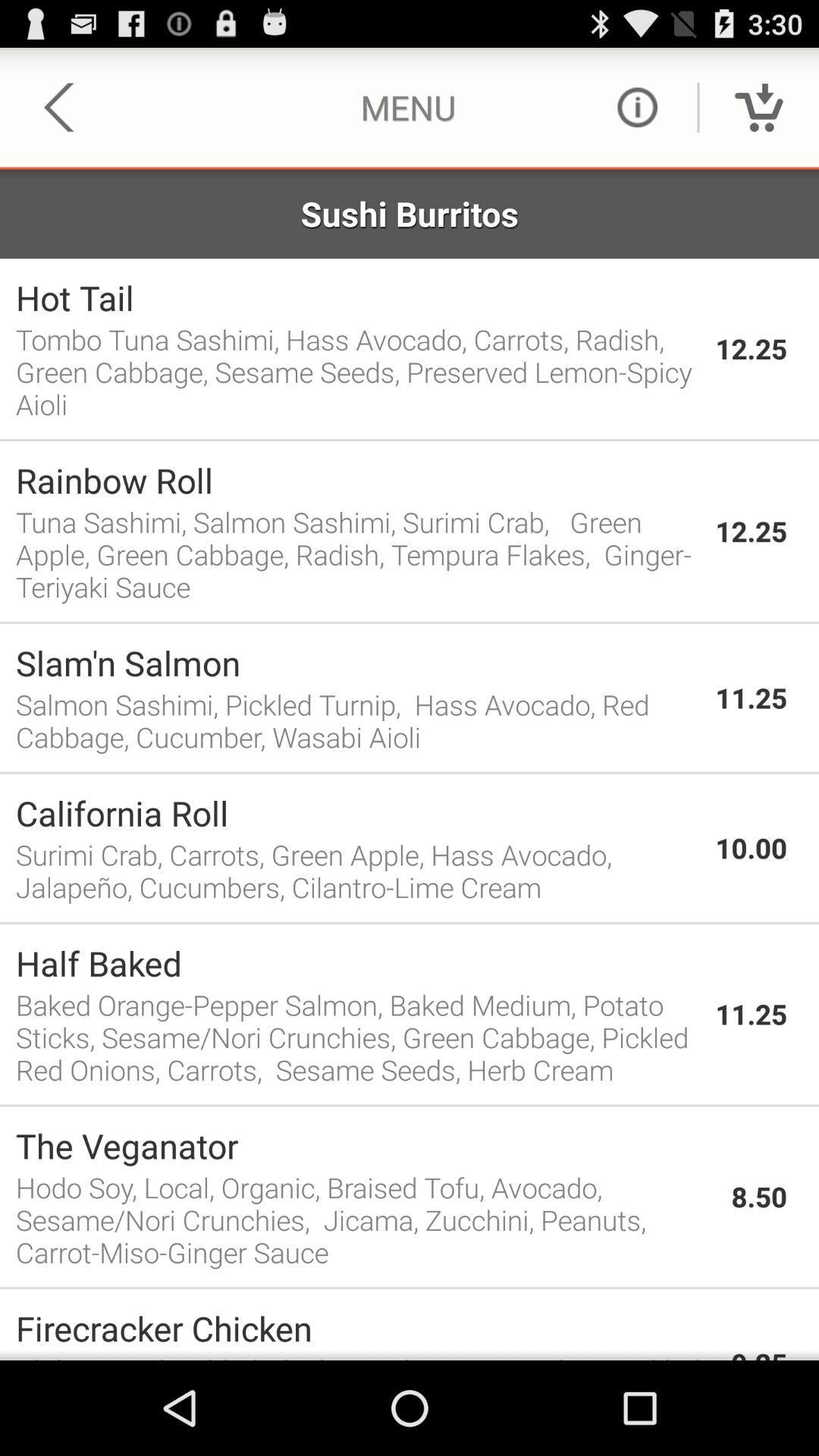  Describe the element at coordinates (357, 663) in the screenshot. I see `the app above salmon sashimi pickled` at that location.